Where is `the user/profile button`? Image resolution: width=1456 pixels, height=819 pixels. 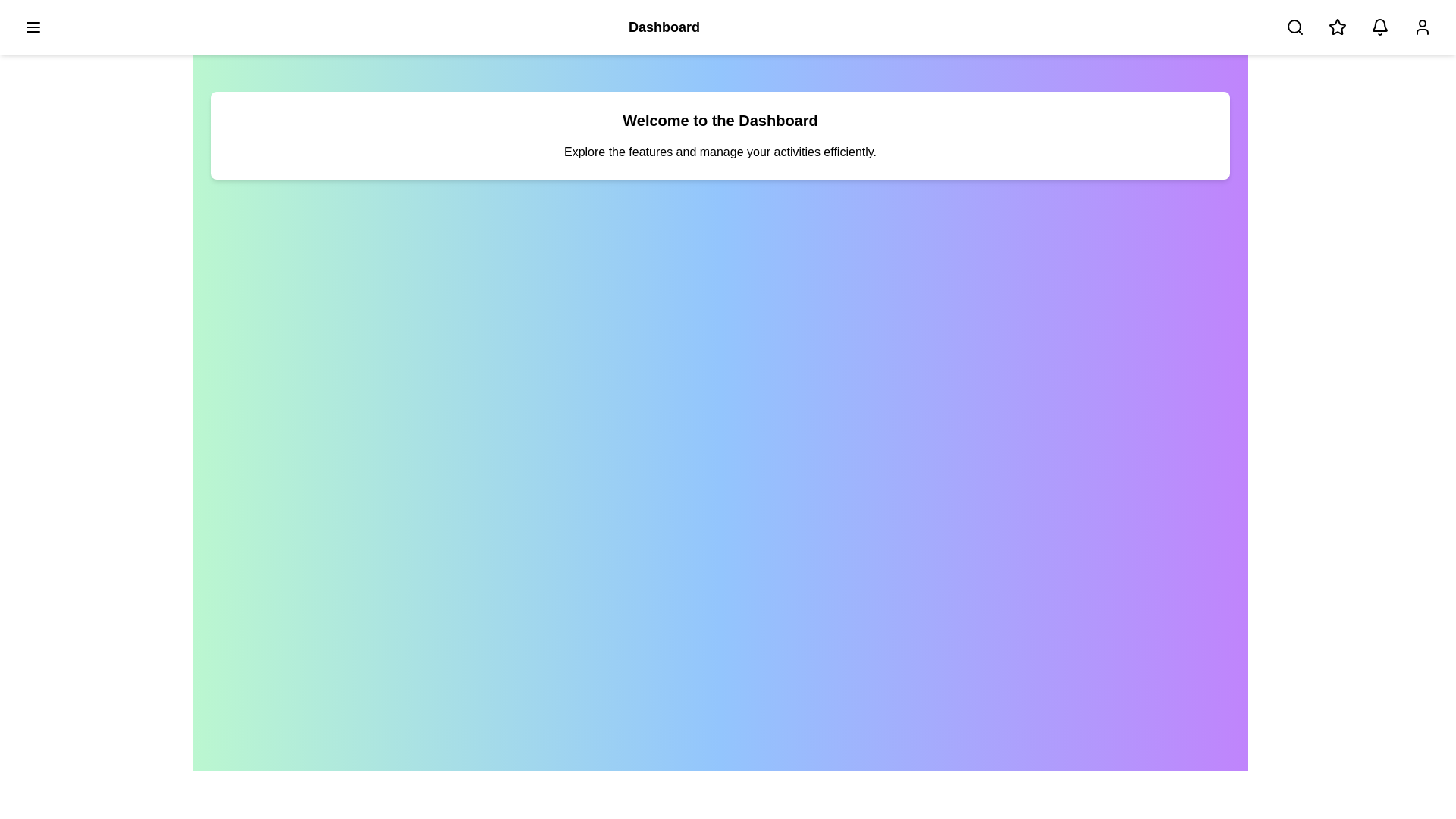
the user/profile button is located at coordinates (1422, 27).